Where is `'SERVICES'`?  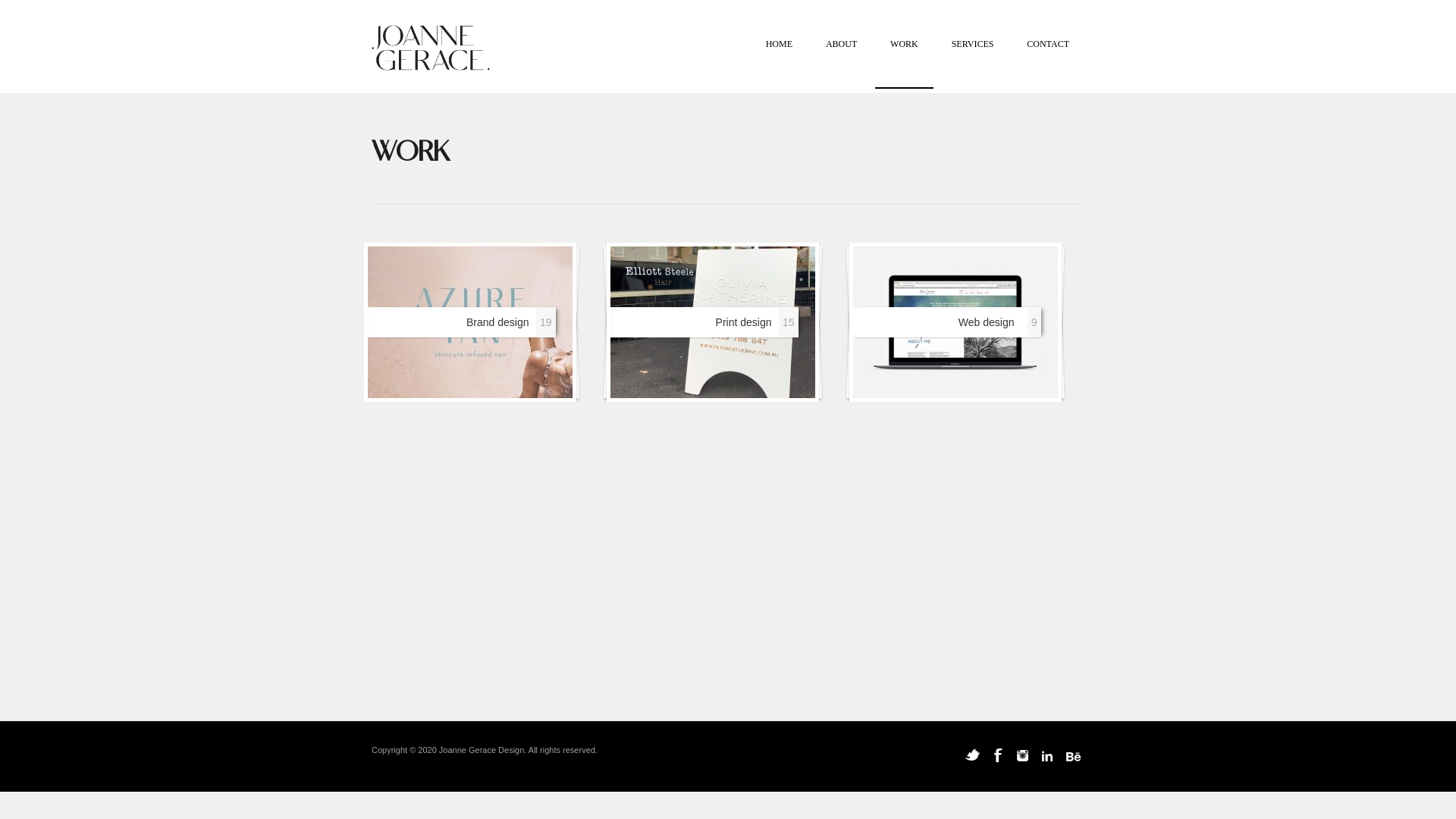
'SERVICES' is located at coordinates (972, 62).